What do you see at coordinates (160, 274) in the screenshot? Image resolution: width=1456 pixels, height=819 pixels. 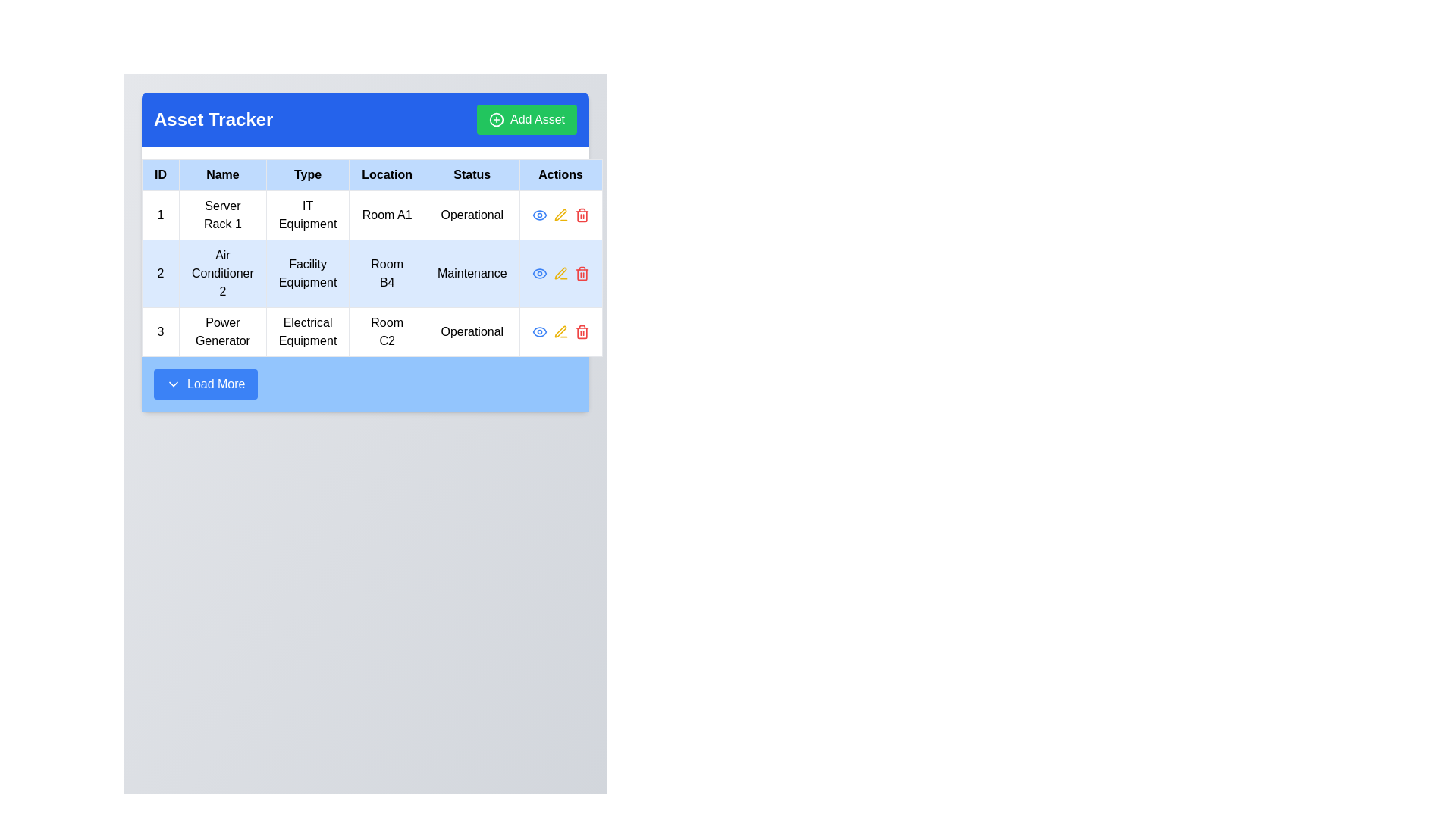 I see `the Text Display element representing the ID of the second item in the list, located in the second row and first column of the 'Asset Tracker' grid` at bounding box center [160, 274].